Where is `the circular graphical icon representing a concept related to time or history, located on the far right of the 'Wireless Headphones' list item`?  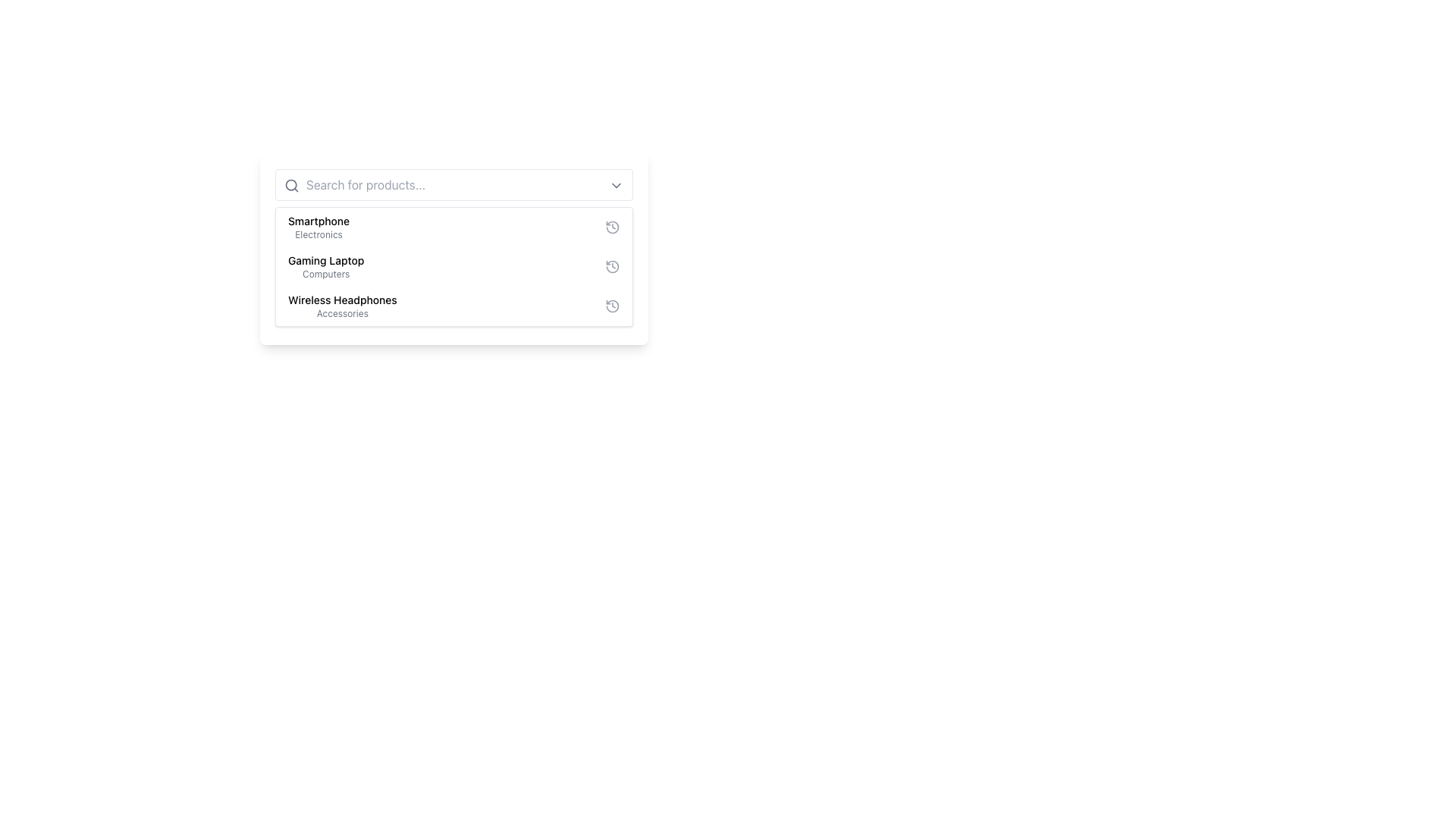
the circular graphical icon representing a concept related to time or history, located on the far right of the 'Wireless Headphones' list item is located at coordinates (612, 306).